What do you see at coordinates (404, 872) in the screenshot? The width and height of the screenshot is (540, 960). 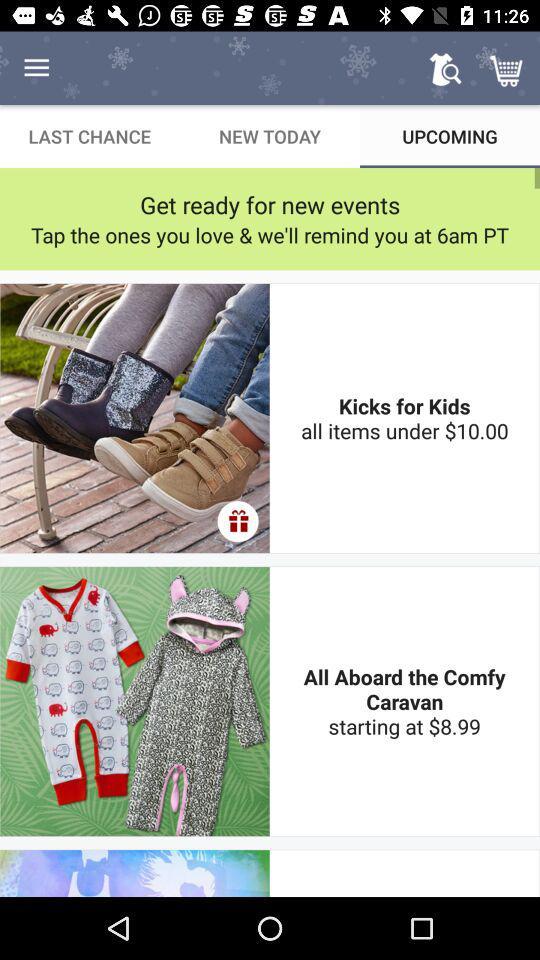 I see `one day zumba icon` at bounding box center [404, 872].